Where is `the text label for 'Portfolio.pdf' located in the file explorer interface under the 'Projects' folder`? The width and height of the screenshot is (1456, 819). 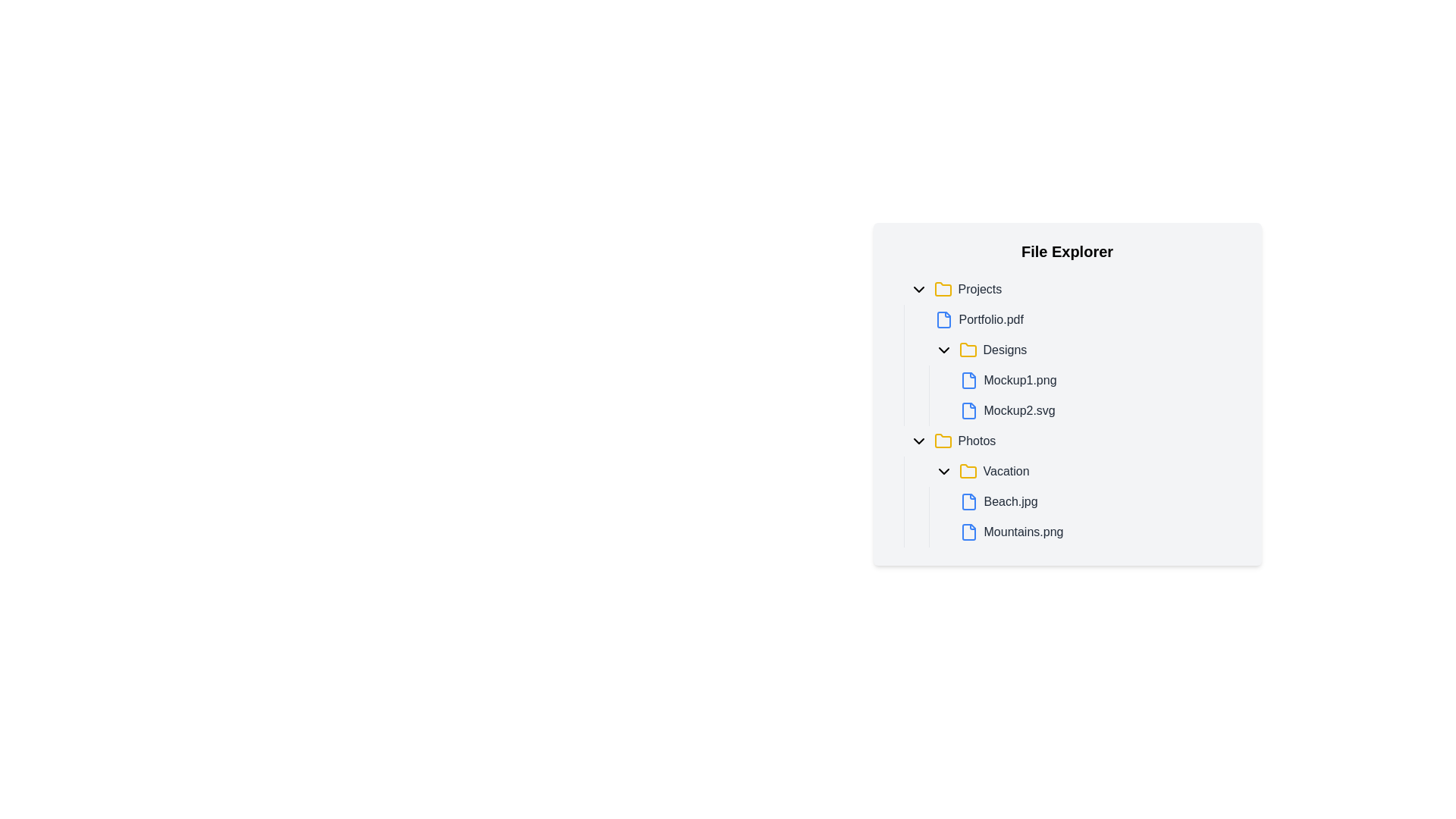 the text label for 'Portfolio.pdf' located in the file explorer interface under the 'Projects' folder is located at coordinates (990, 318).